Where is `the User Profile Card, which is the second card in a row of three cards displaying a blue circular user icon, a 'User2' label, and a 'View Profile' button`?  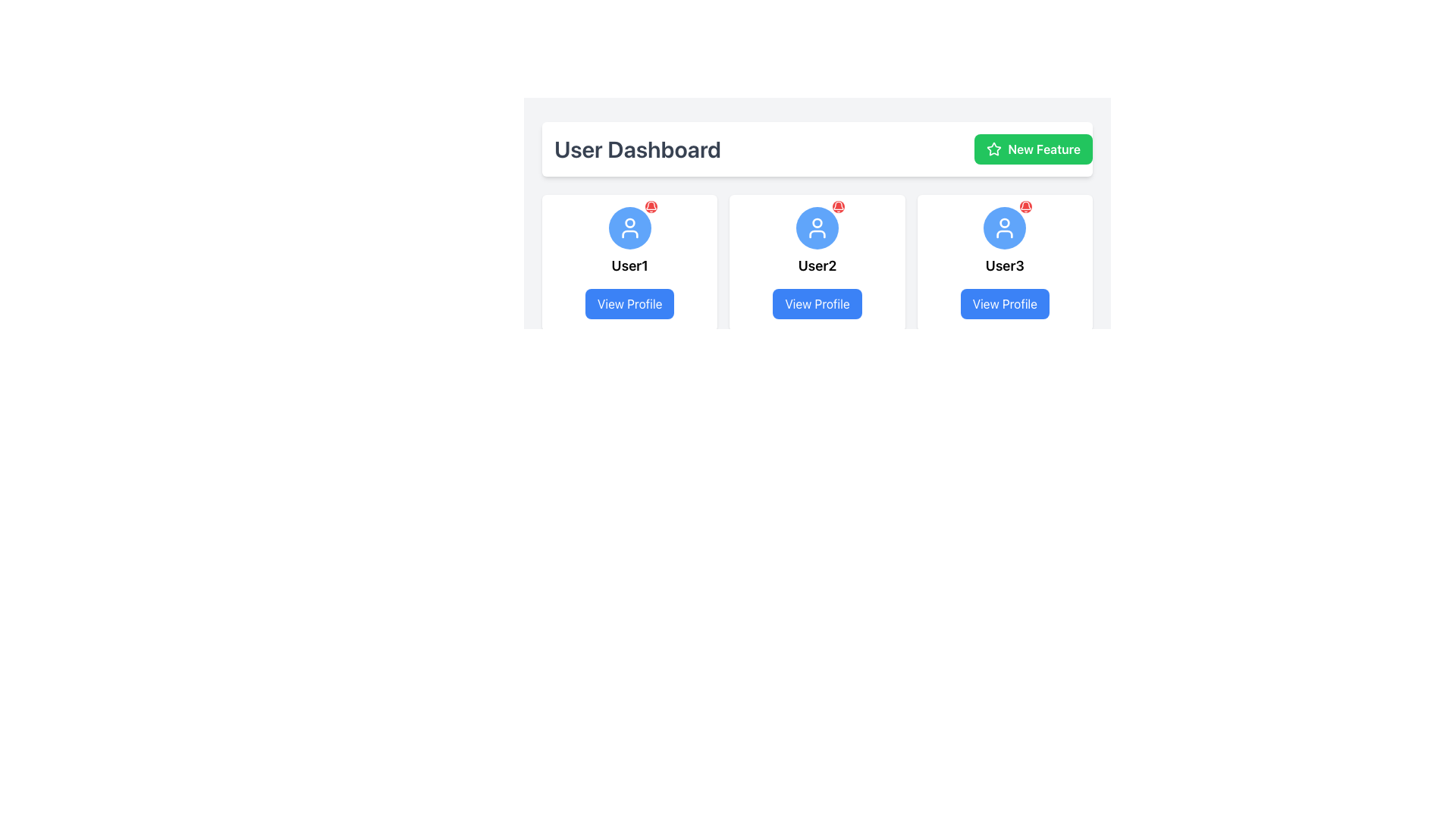
the User Profile Card, which is the second card in a row of three cards displaying a blue circular user icon, a 'User2' label, and a 'View Profile' button is located at coordinates (817, 301).